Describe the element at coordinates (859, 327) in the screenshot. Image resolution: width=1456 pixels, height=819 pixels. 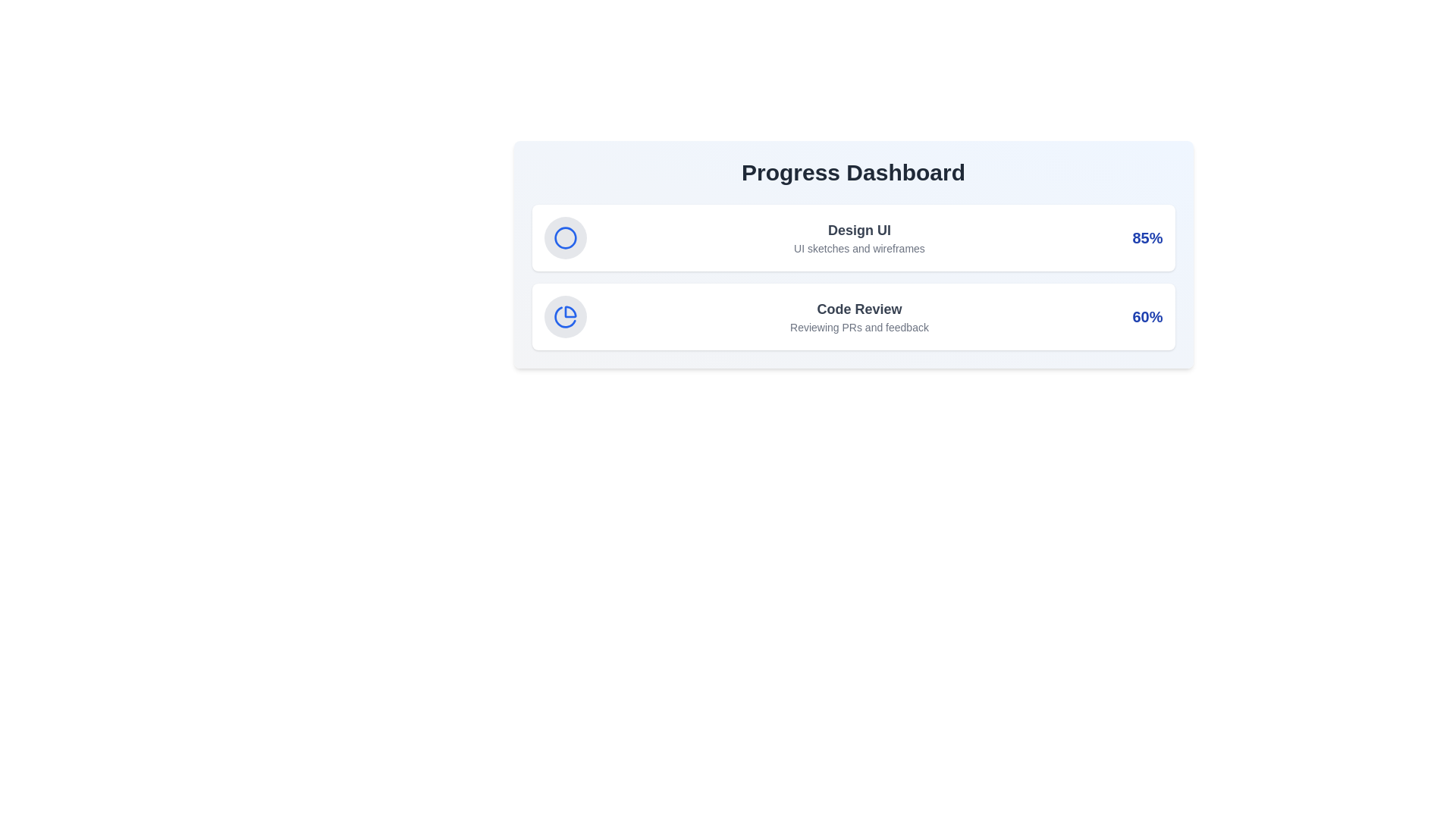
I see `text from the small gray-colored text block containing the phrase 'Reviewing PRs and feedback', located beneath the 'Code Review' heading` at that location.